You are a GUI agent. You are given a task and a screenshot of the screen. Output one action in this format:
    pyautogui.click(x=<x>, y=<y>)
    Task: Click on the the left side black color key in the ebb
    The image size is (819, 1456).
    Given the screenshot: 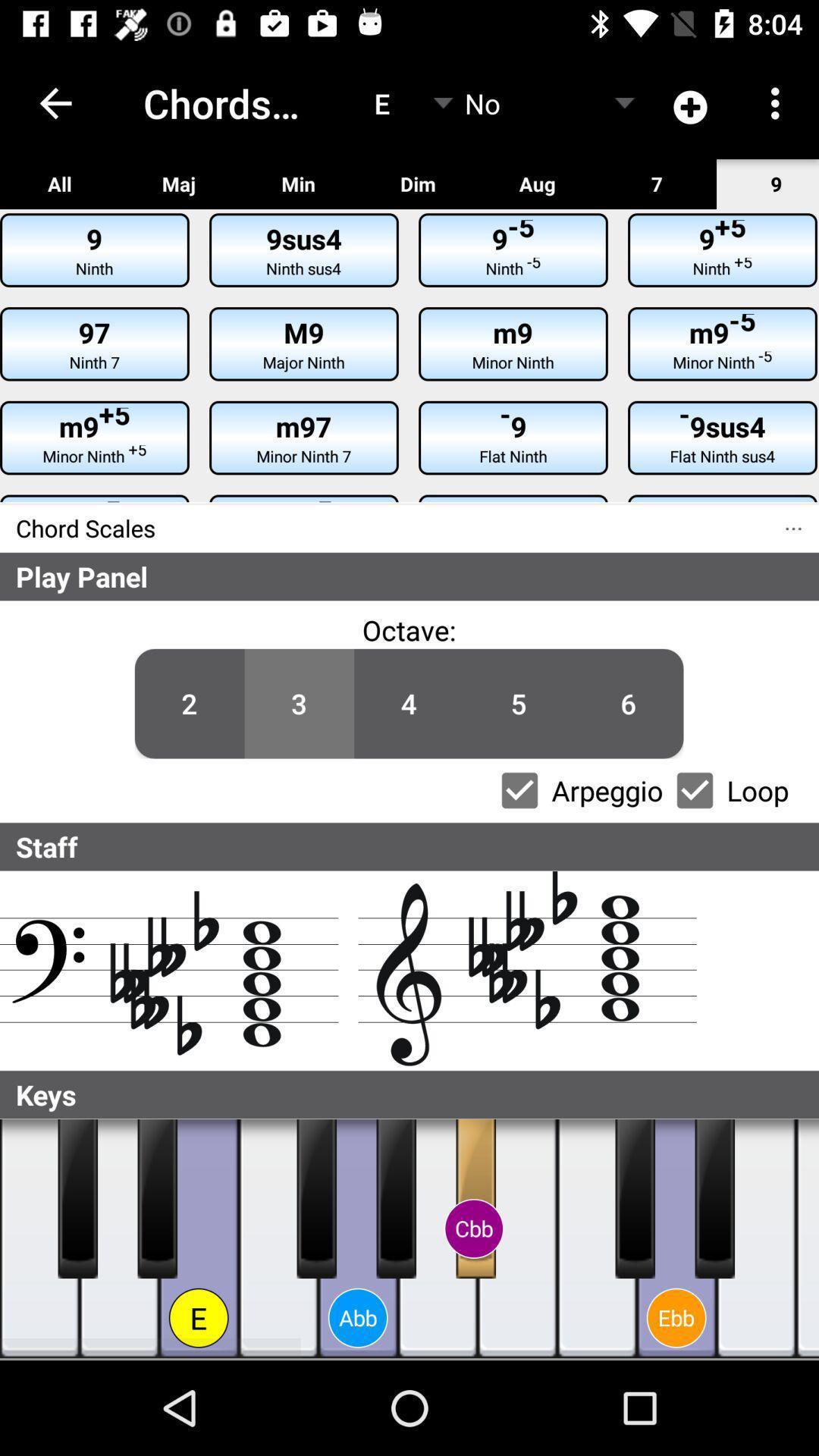 What is the action you would take?
    pyautogui.click(x=635, y=1197)
    